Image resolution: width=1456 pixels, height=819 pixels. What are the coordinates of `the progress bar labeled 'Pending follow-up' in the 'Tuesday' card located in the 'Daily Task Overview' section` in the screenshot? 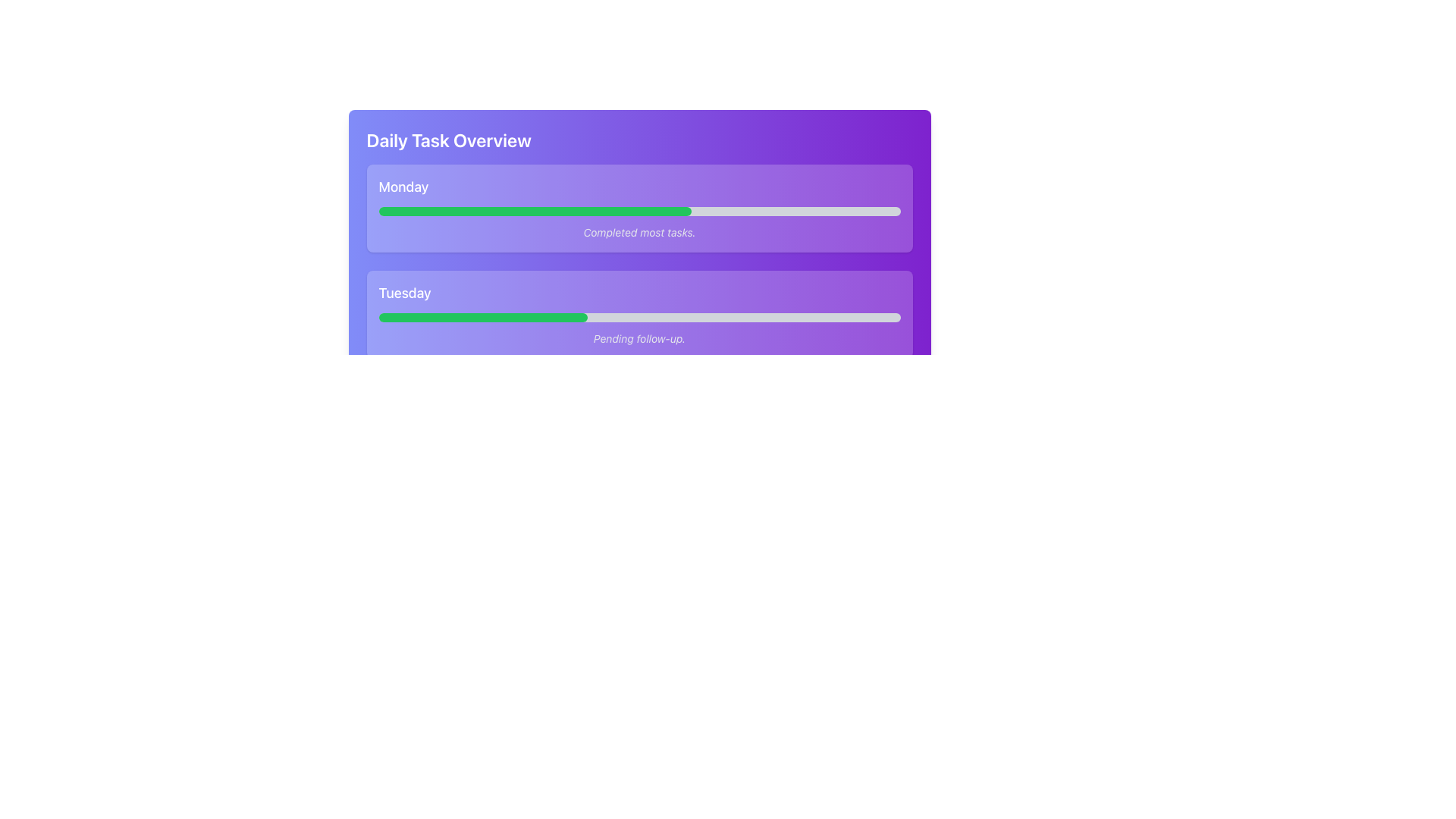 It's located at (639, 317).